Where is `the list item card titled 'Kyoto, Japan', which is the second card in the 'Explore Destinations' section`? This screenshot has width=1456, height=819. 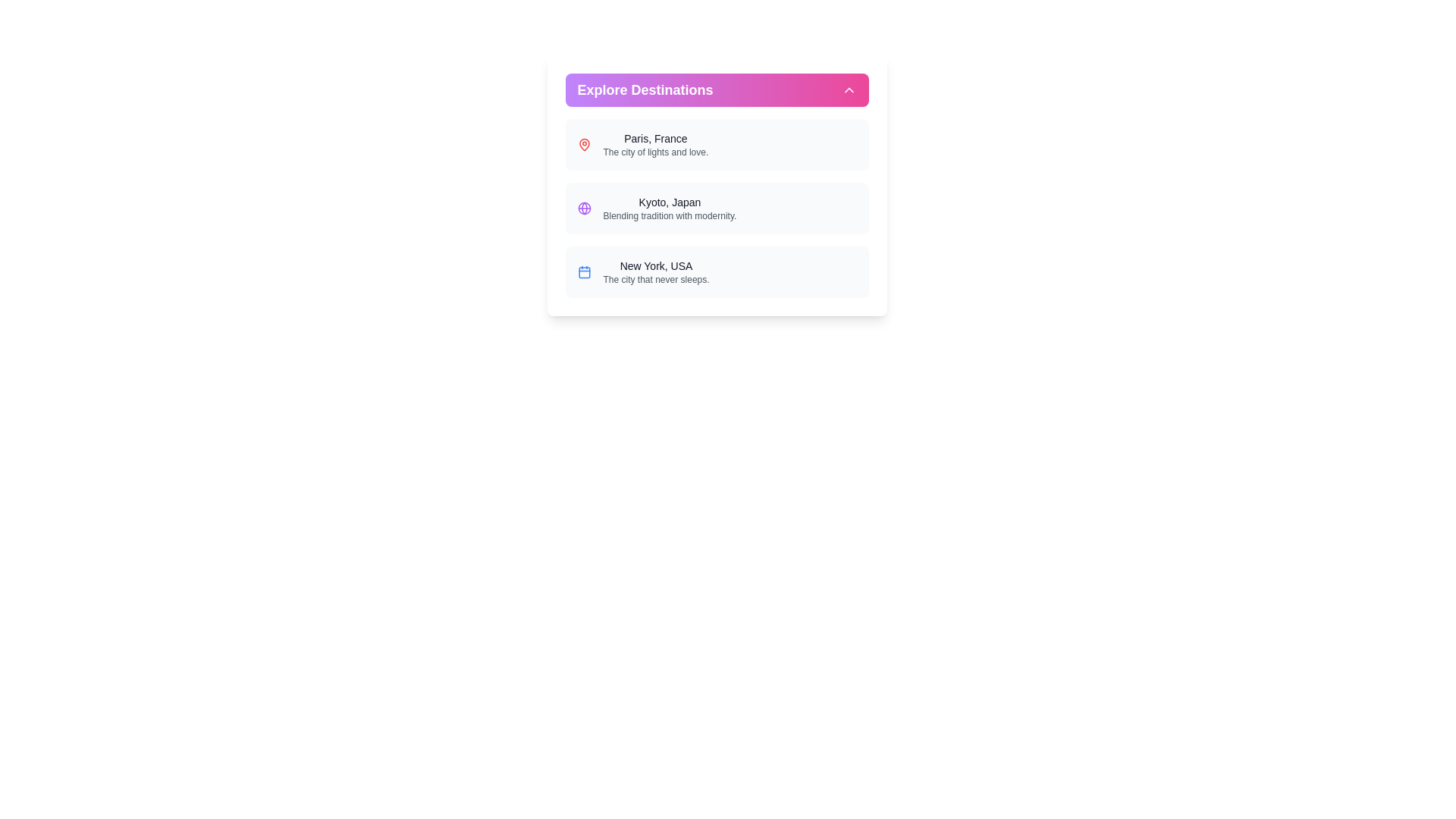 the list item card titled 'Kyoto, Japan', which is the second card in the 'Explore Destinations' section is located at coordinates (716, 208).